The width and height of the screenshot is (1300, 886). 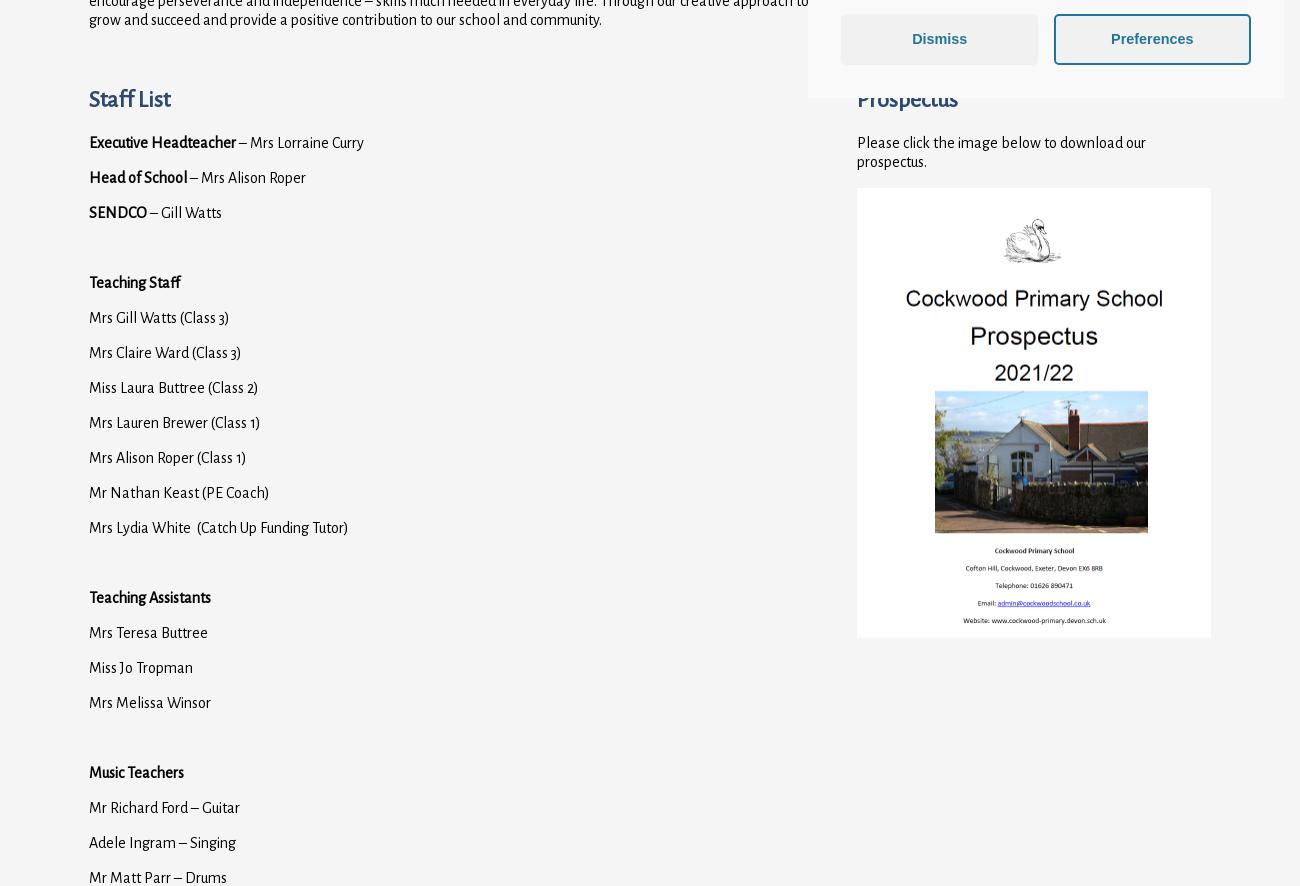 I want to click on 'Head of School', so click(x=138, y=176).